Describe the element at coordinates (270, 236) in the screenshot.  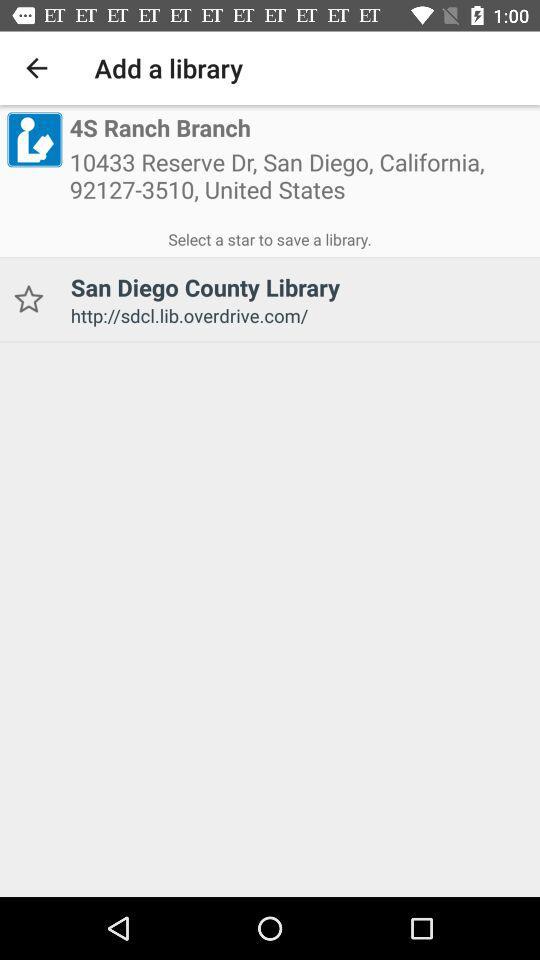
I see `select a star` at that location.